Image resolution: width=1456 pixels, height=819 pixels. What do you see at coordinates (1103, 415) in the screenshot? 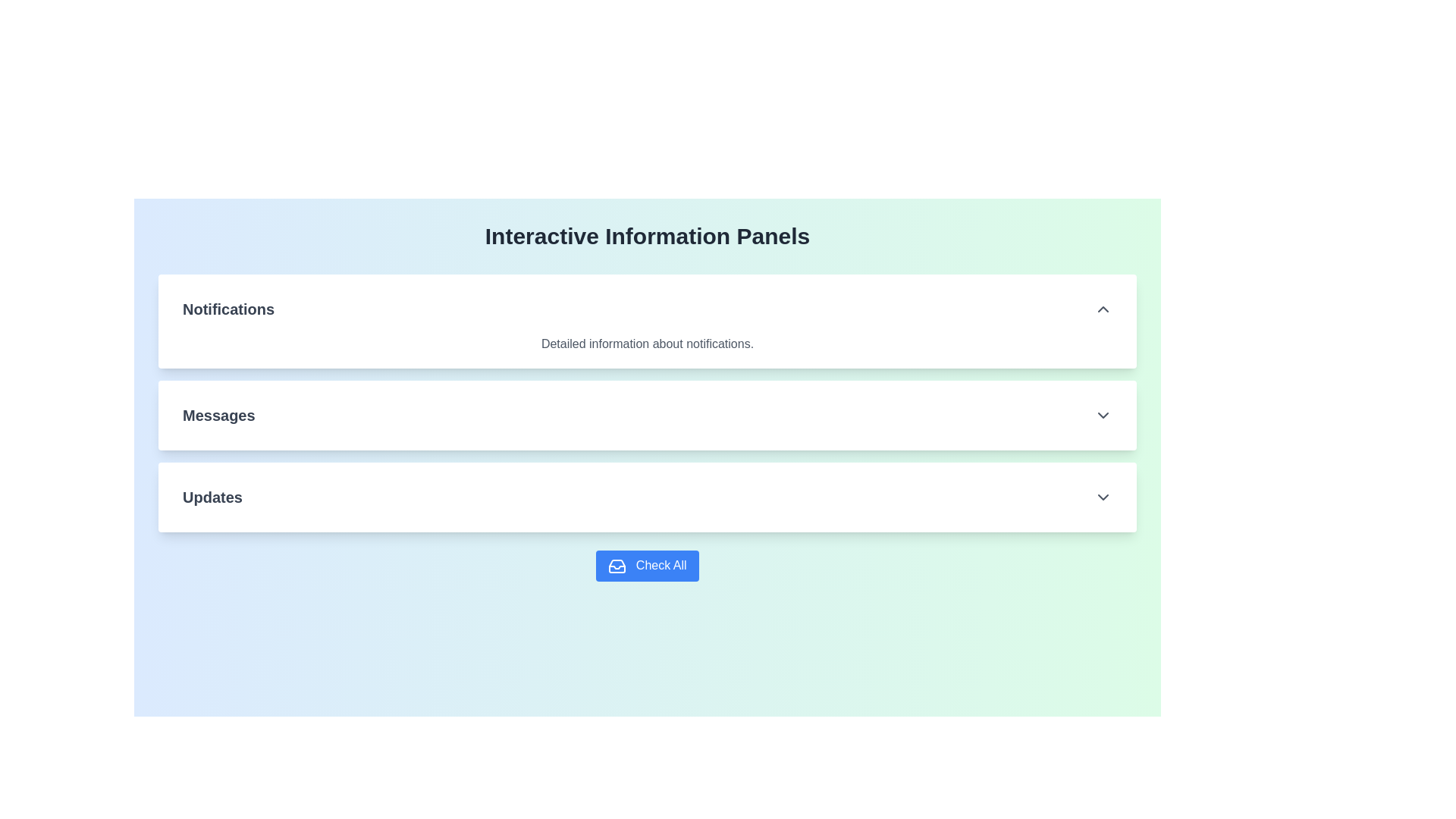
I see `the chevron-down icon at the far-right end of the 'Messages' section` at bounding box center [1103, 415].